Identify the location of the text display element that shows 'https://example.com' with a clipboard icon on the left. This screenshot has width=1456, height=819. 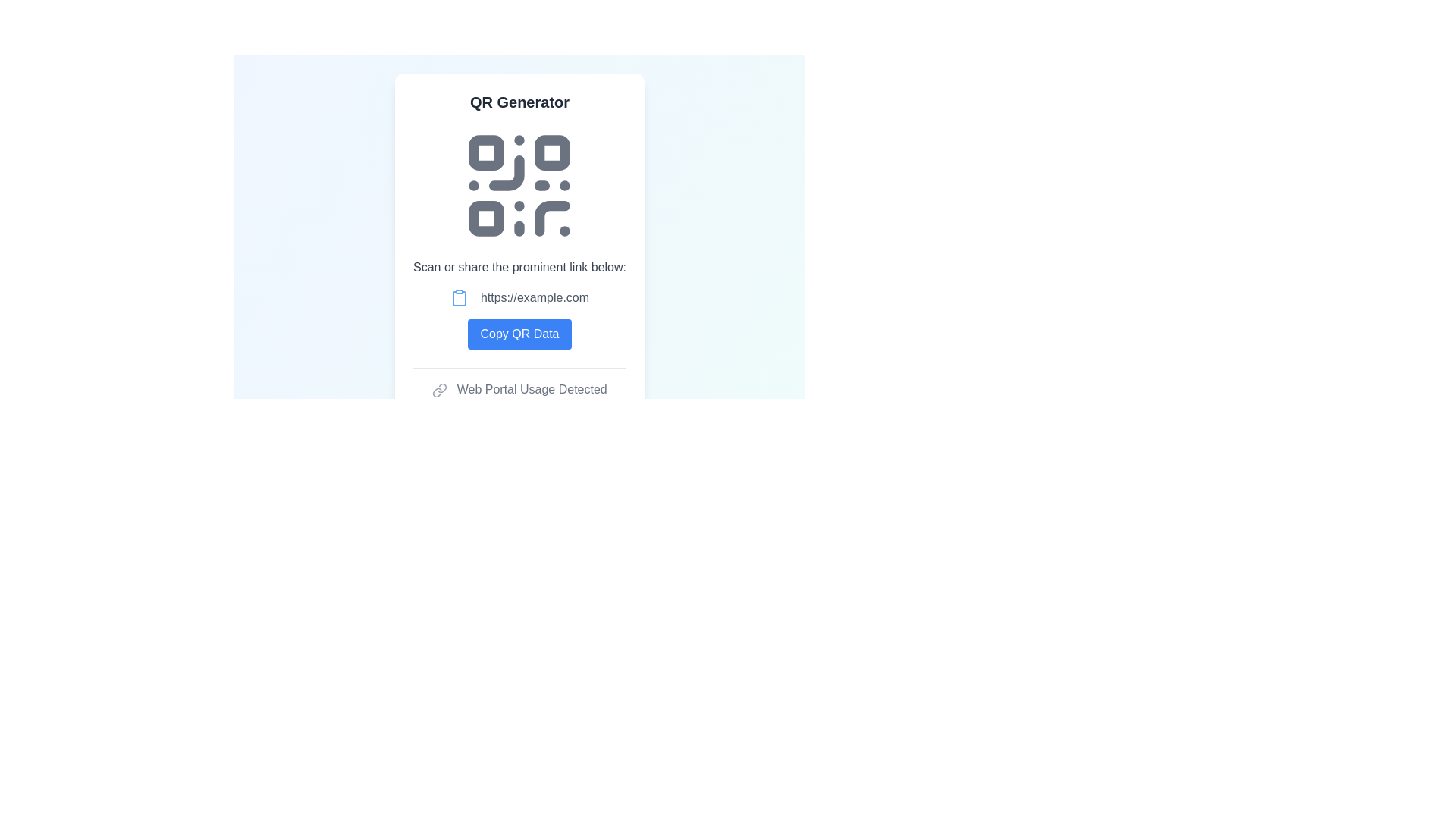
(519, 298).